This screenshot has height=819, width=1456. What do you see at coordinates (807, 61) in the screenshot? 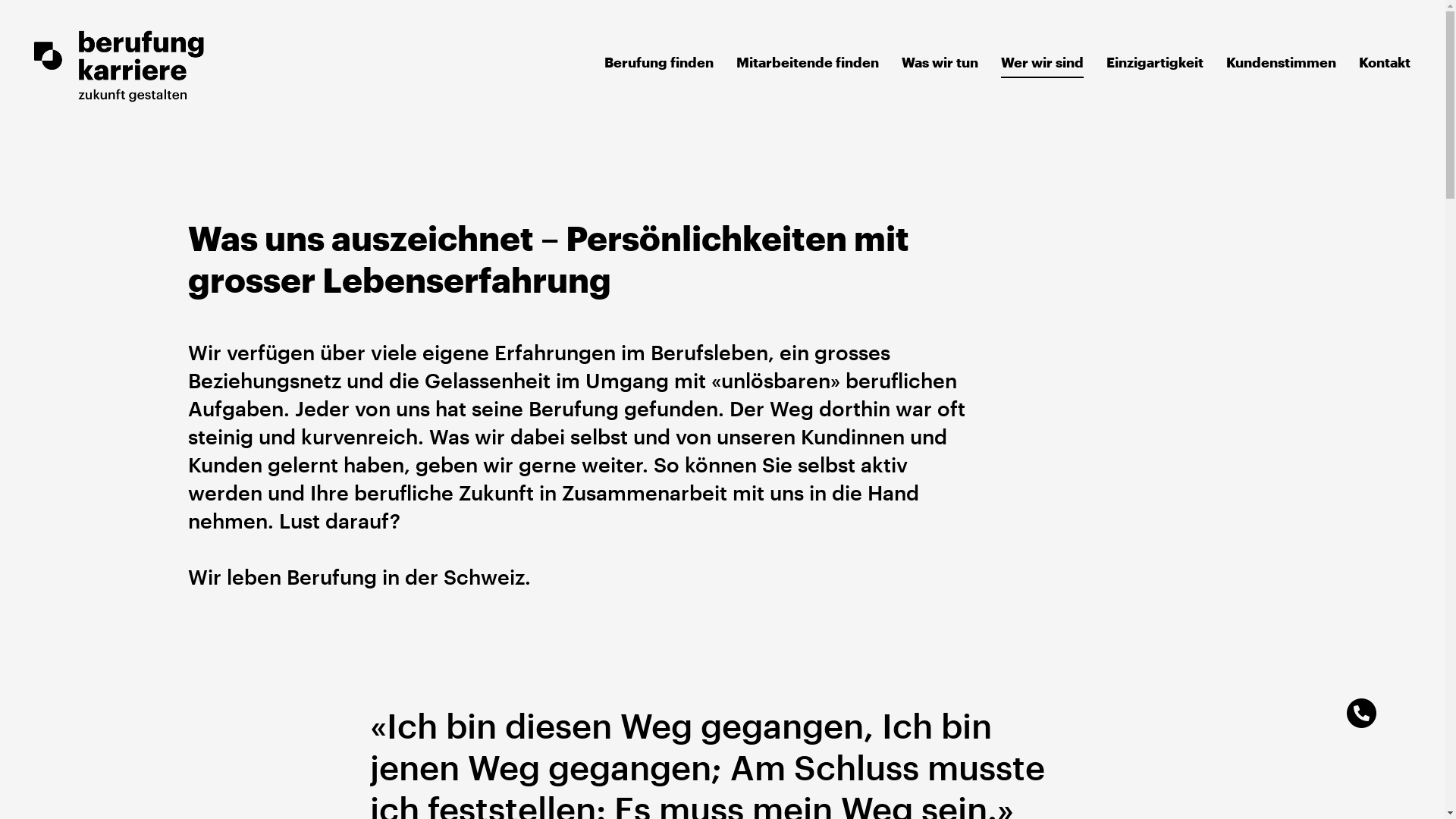
I see `'Mitarbeitende finden'` at bounding box center [807, 61].